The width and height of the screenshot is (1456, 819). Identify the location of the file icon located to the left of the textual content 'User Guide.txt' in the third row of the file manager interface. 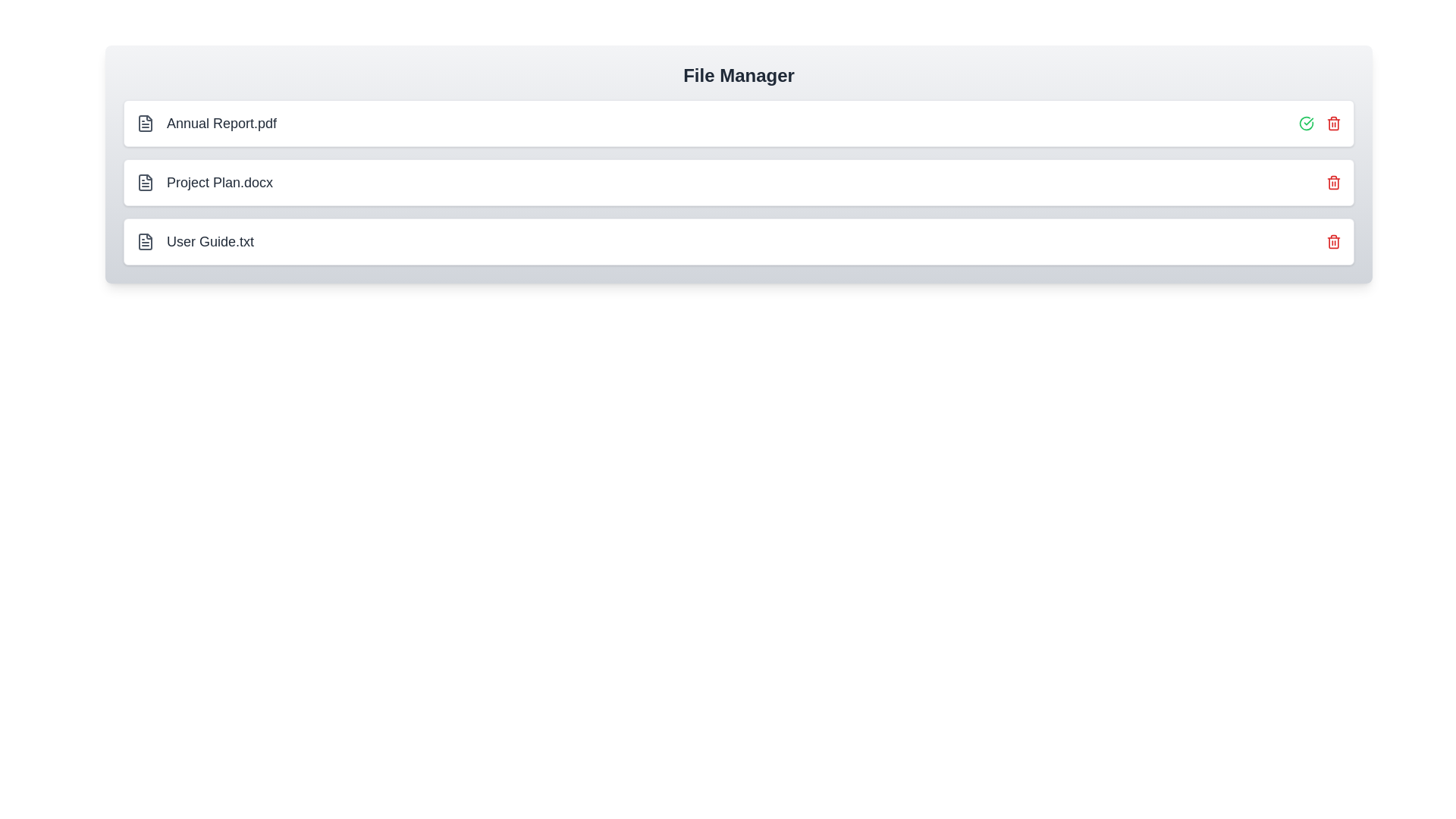
(146, 241).